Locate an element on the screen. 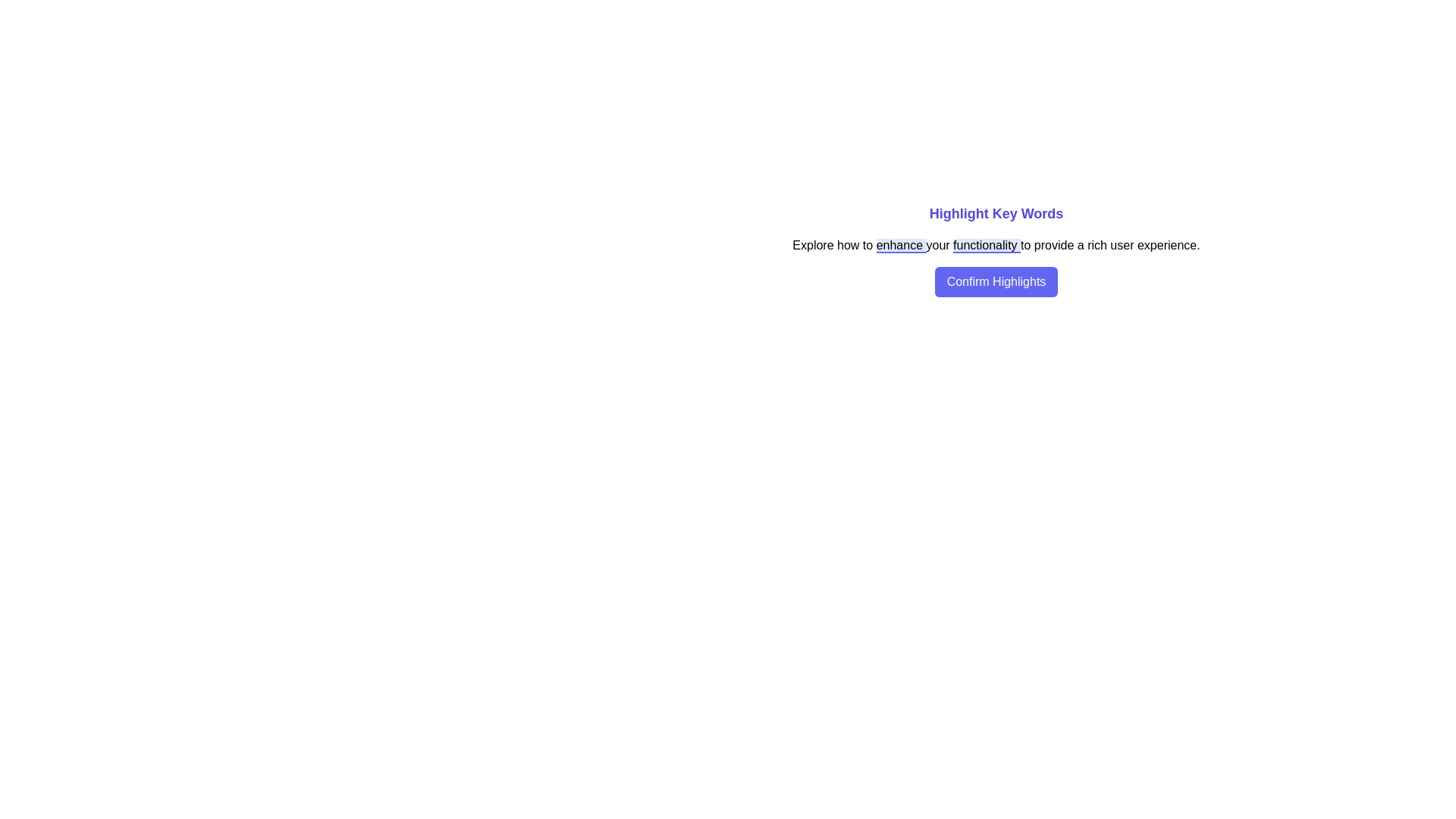 The height and width of the screenshot is (819, 1456). the Static Text element displaying the word 'to', which is the third word in the sentence about enhancing functionality is located at coordinates (869, 245).